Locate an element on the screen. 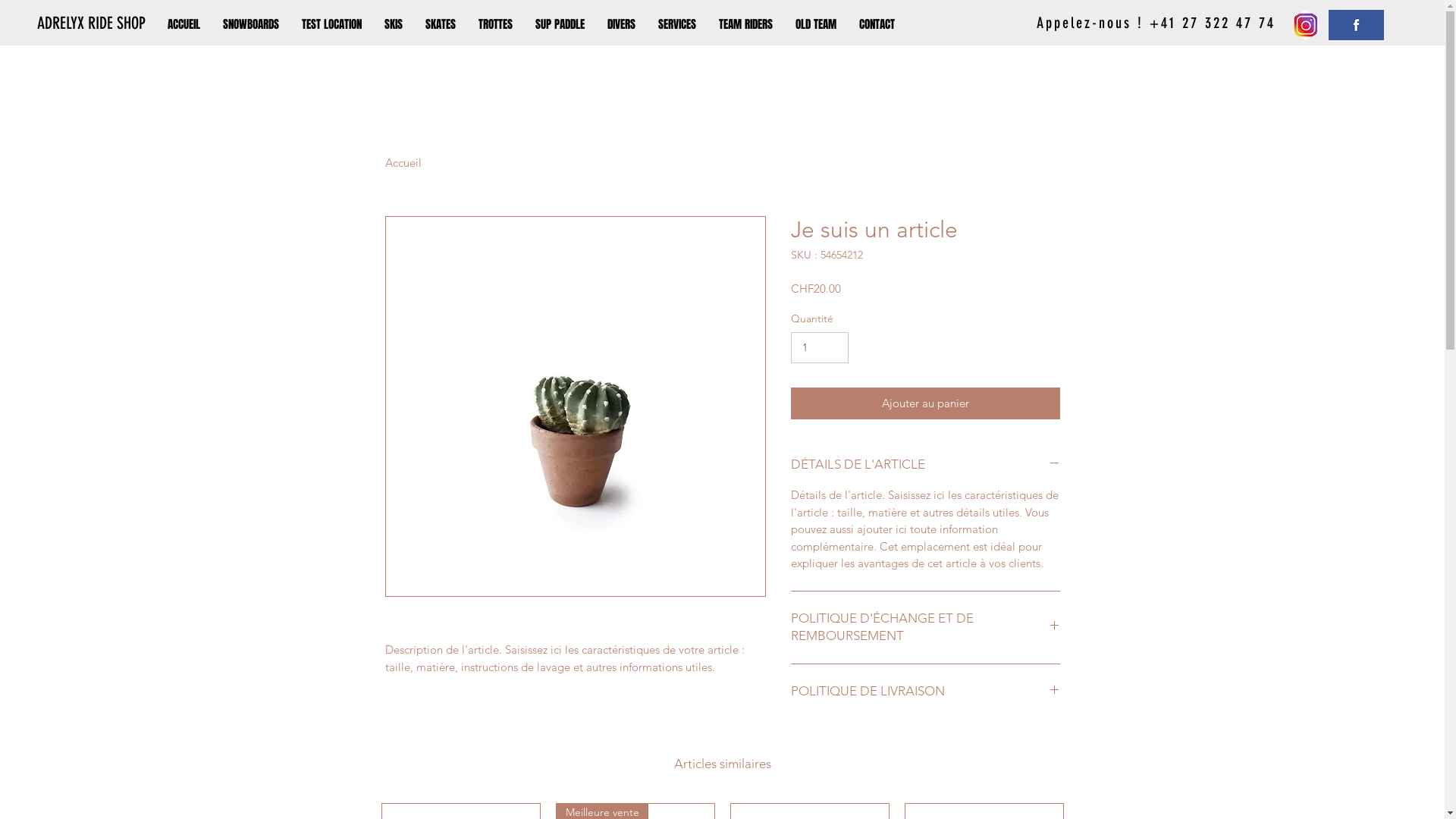 The image size is (1456, 819). 'SKATES' is located at coordinates (439, 24).